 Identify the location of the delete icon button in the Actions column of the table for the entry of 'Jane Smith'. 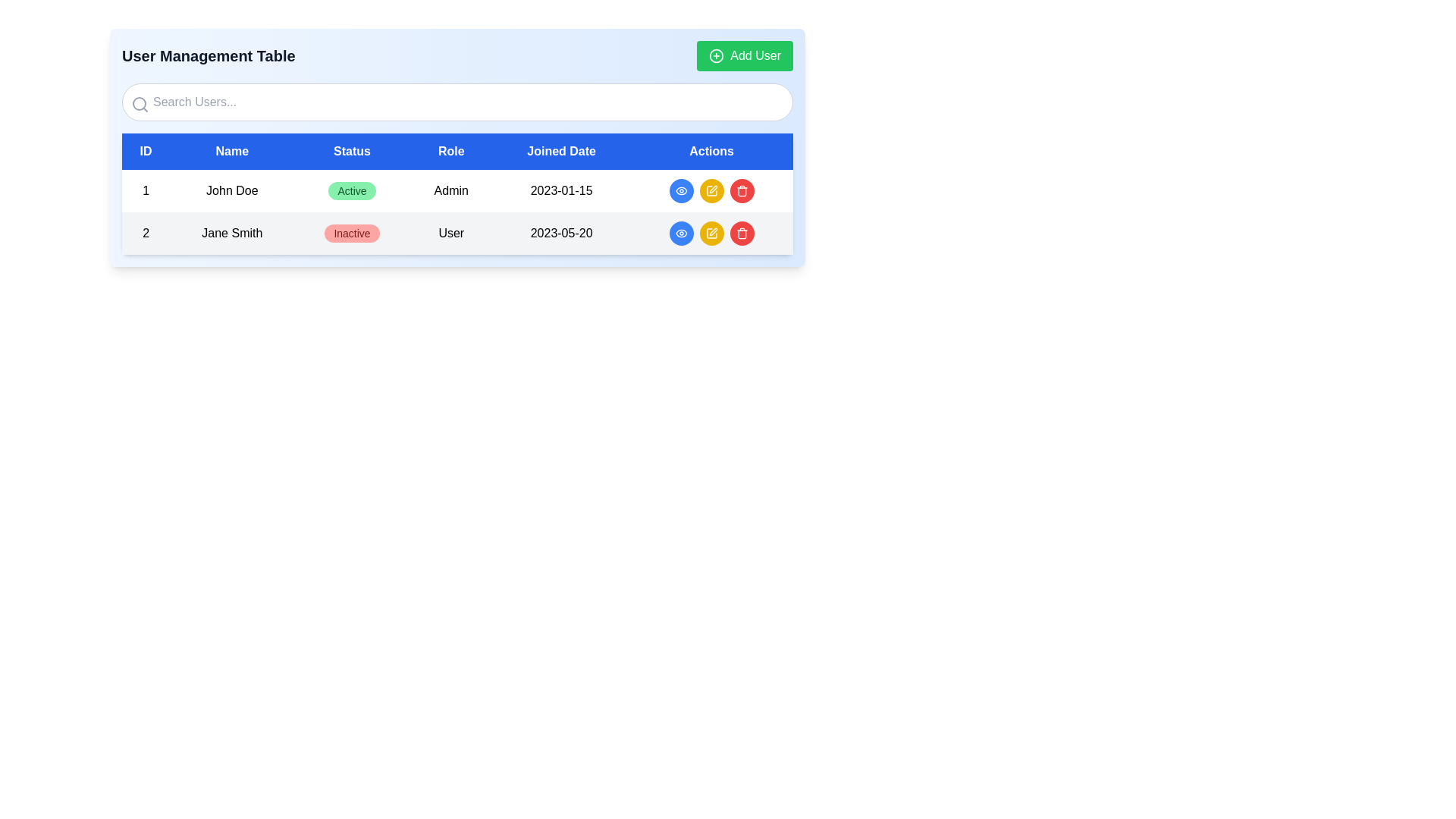
(742, 190).